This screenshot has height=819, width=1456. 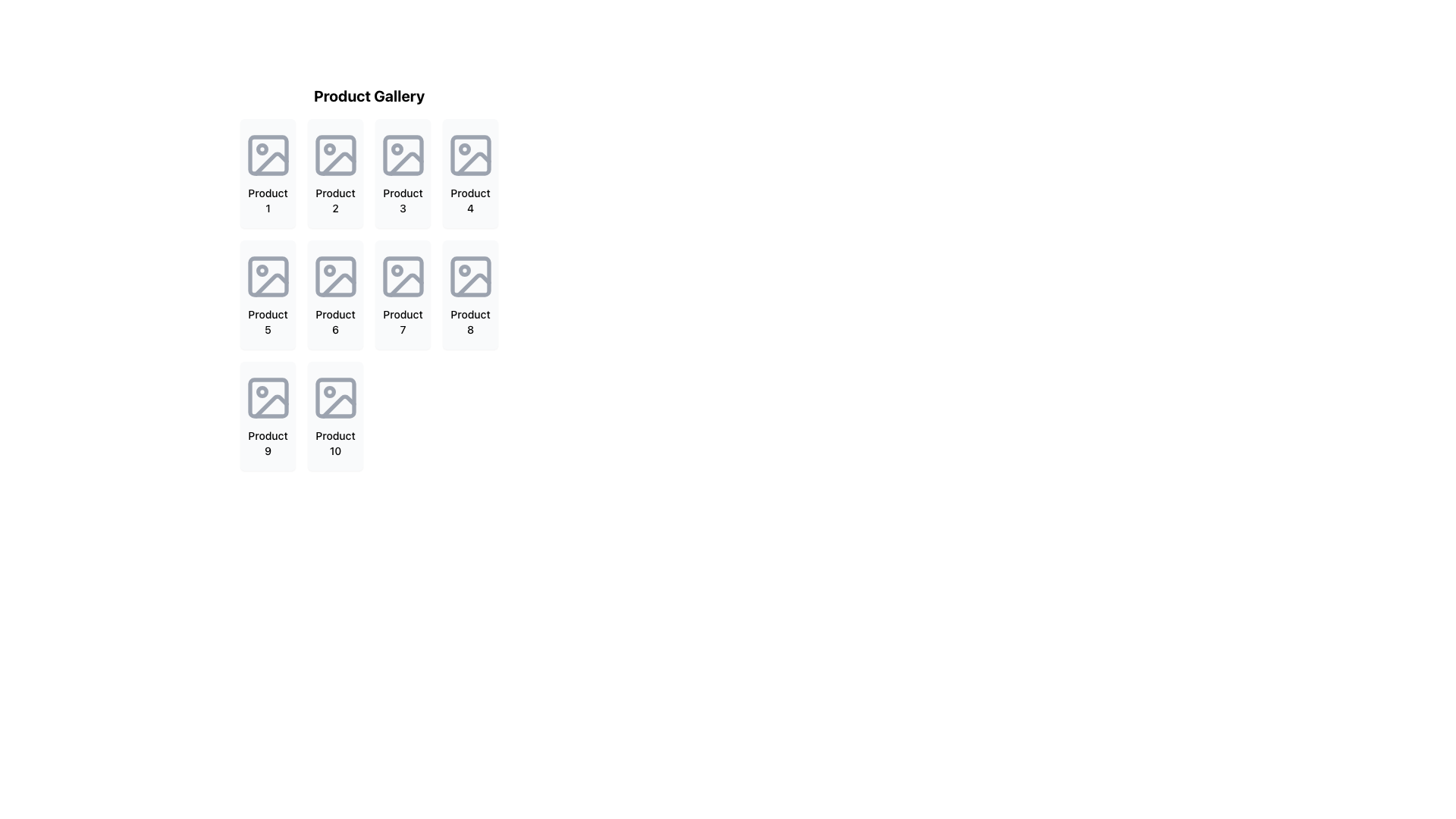 What do you see at coordinates (334, 321) in the screenshot?
I see `the text label identifying the specific product in the middle row of the second column of the product grid` at bounding box center [334, 321].